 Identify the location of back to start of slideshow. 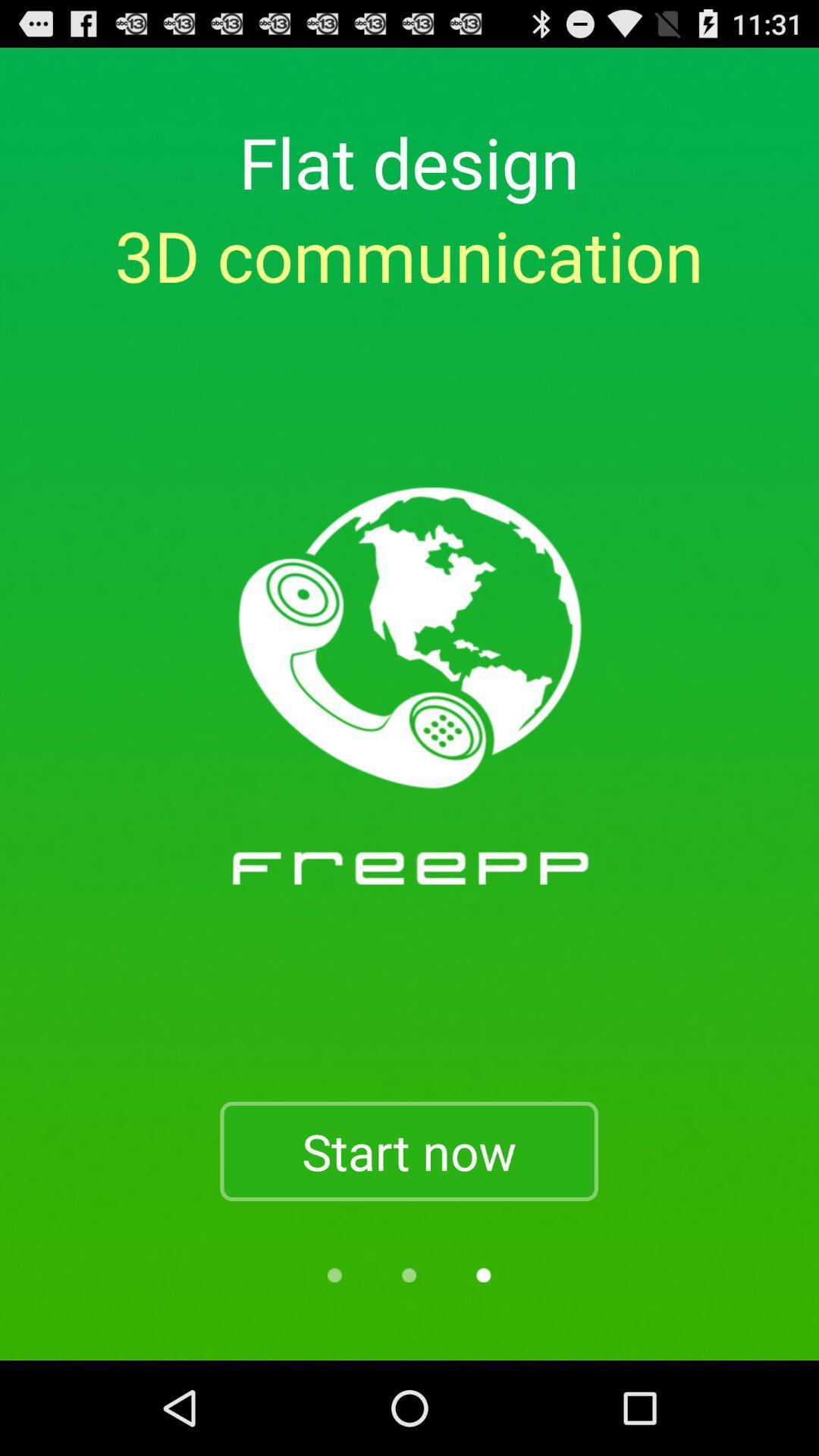
(334, 1274).